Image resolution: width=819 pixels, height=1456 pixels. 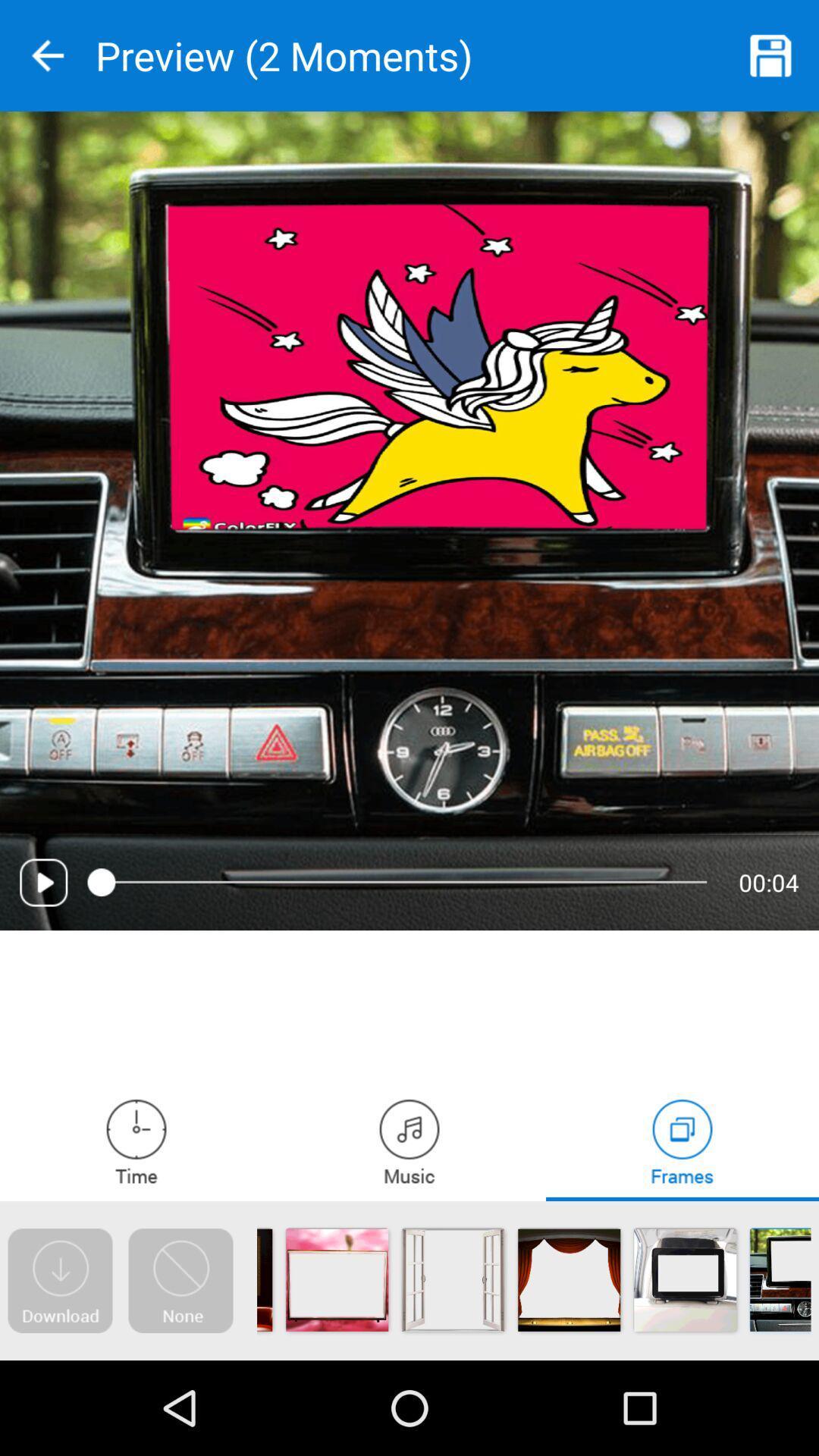 I want to click on music, so click(x=409, y=1141).